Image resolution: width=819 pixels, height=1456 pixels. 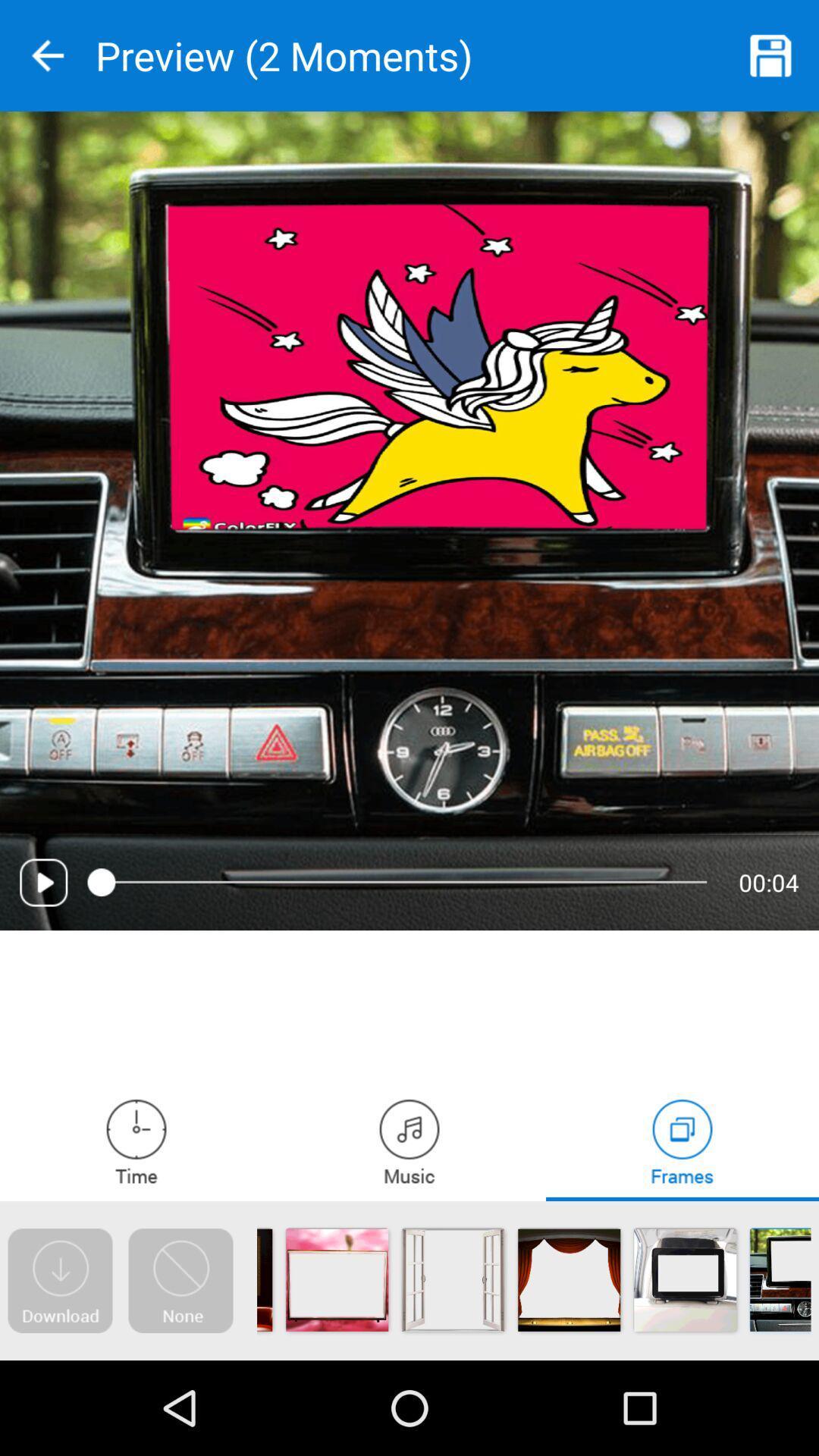 I want to click on music, so click(x=409, y=1141).